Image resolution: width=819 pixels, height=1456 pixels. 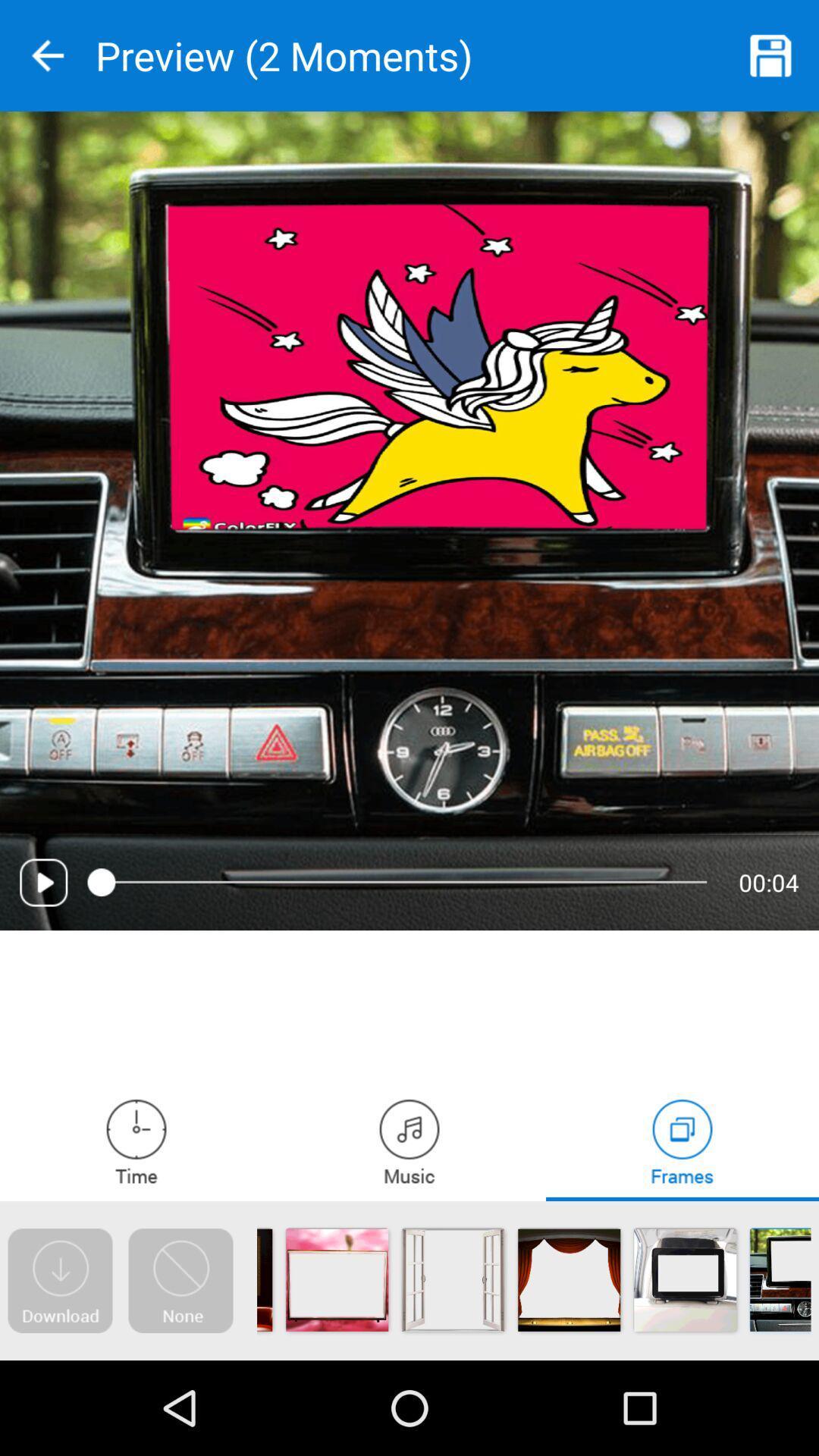 I want to click on music, so click(x=409, y=1141).